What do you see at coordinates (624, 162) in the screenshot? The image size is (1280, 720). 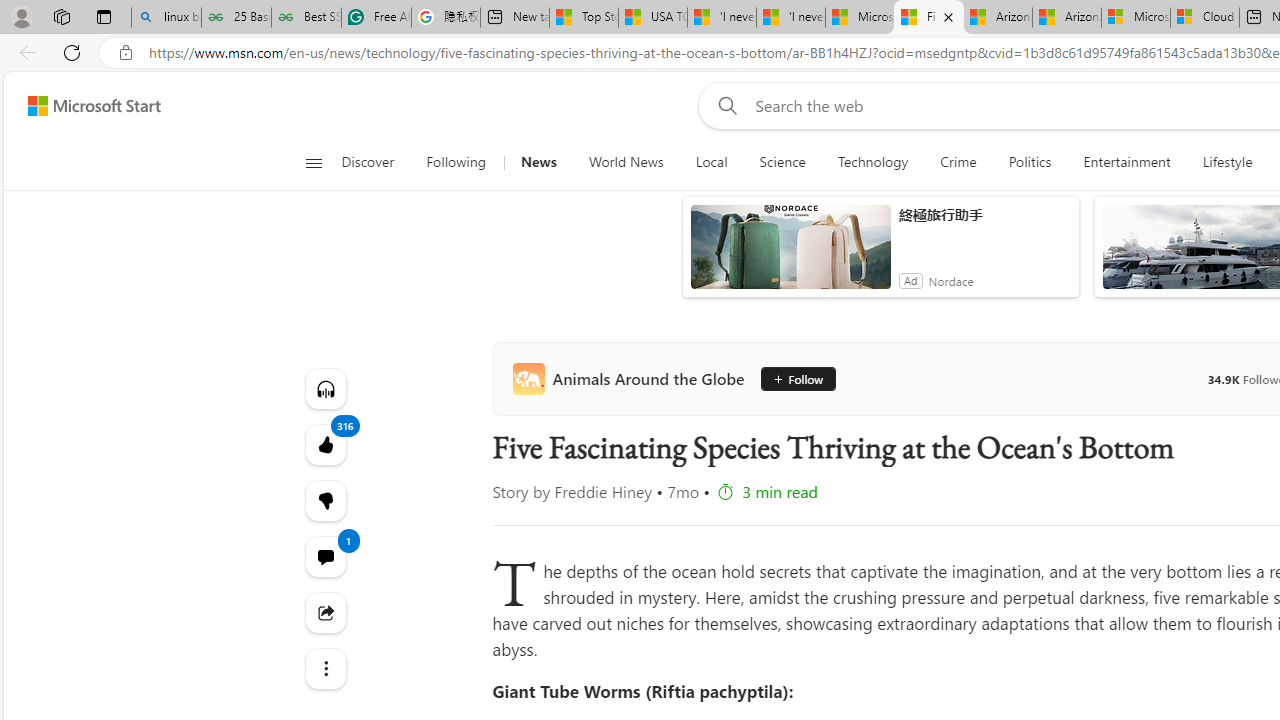 I see `'World News'` at bounding box center [624, 162].